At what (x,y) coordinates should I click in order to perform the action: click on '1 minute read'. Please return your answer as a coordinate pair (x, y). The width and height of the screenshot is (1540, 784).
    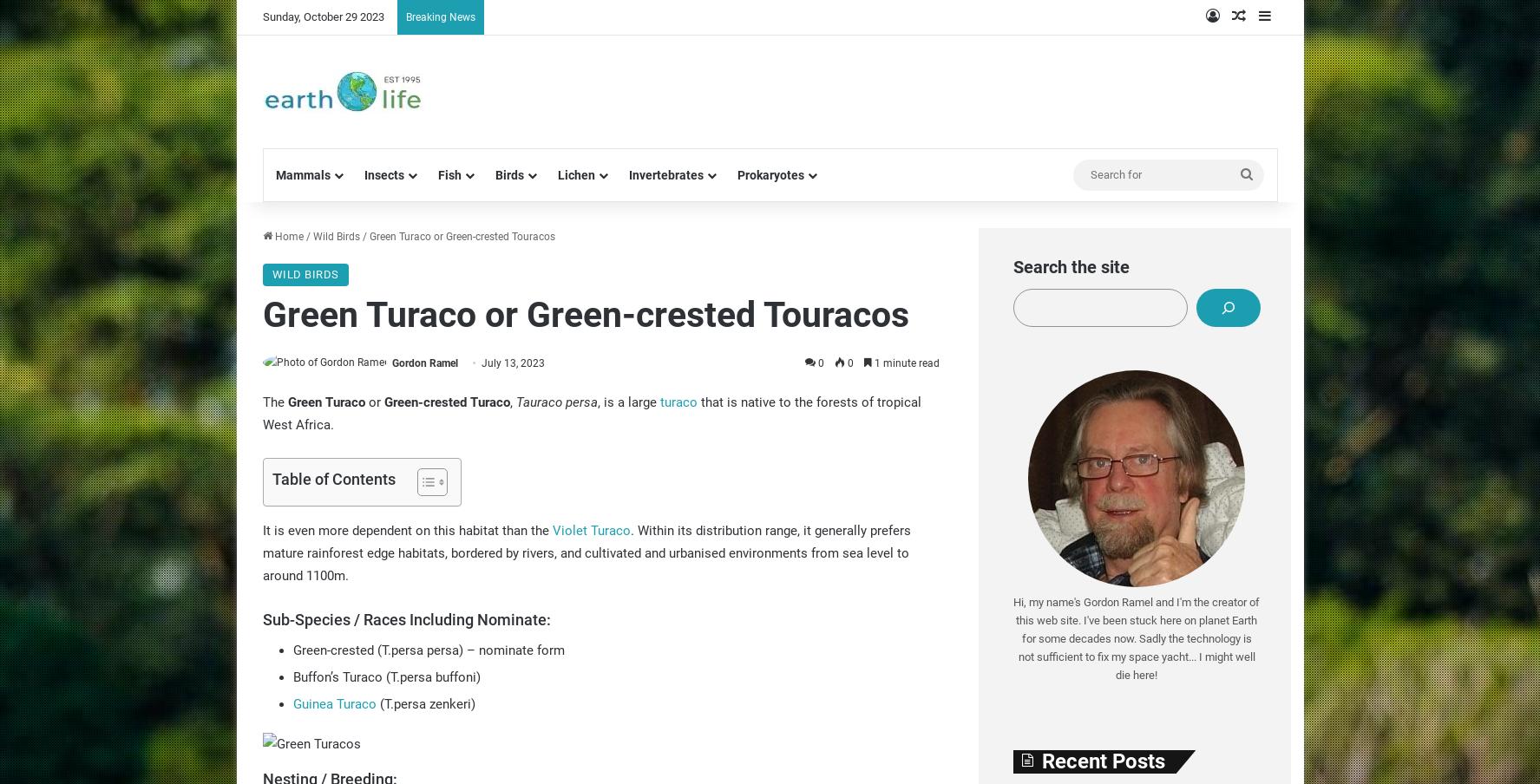
    Looking at the image, I should click on (903, 363).